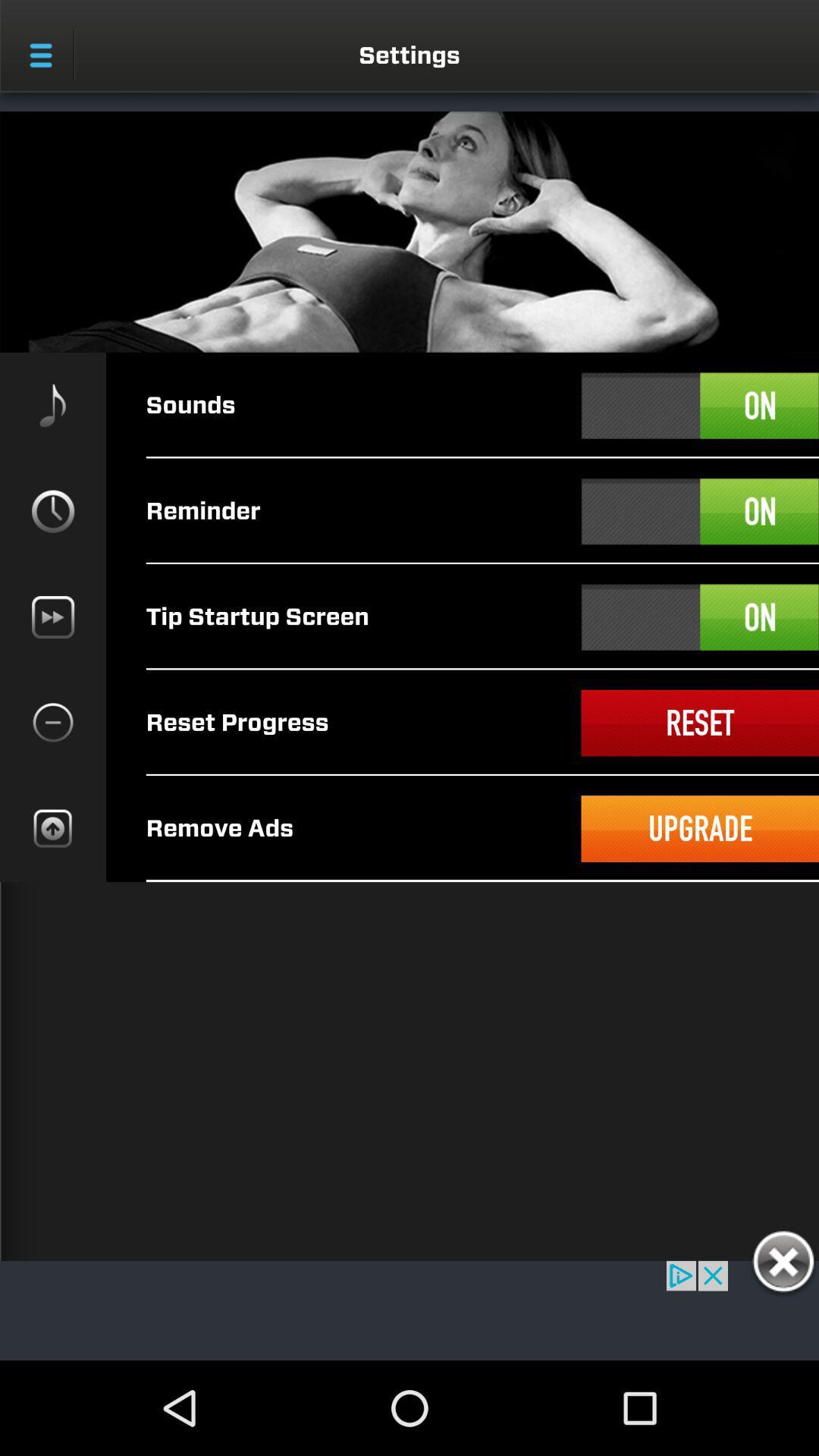 The width and height of the screenshot is (819, 1456). What do you see at coordinates (700, 511) in the screenshot?
I see `a select option` at bounding box center [700, 511].